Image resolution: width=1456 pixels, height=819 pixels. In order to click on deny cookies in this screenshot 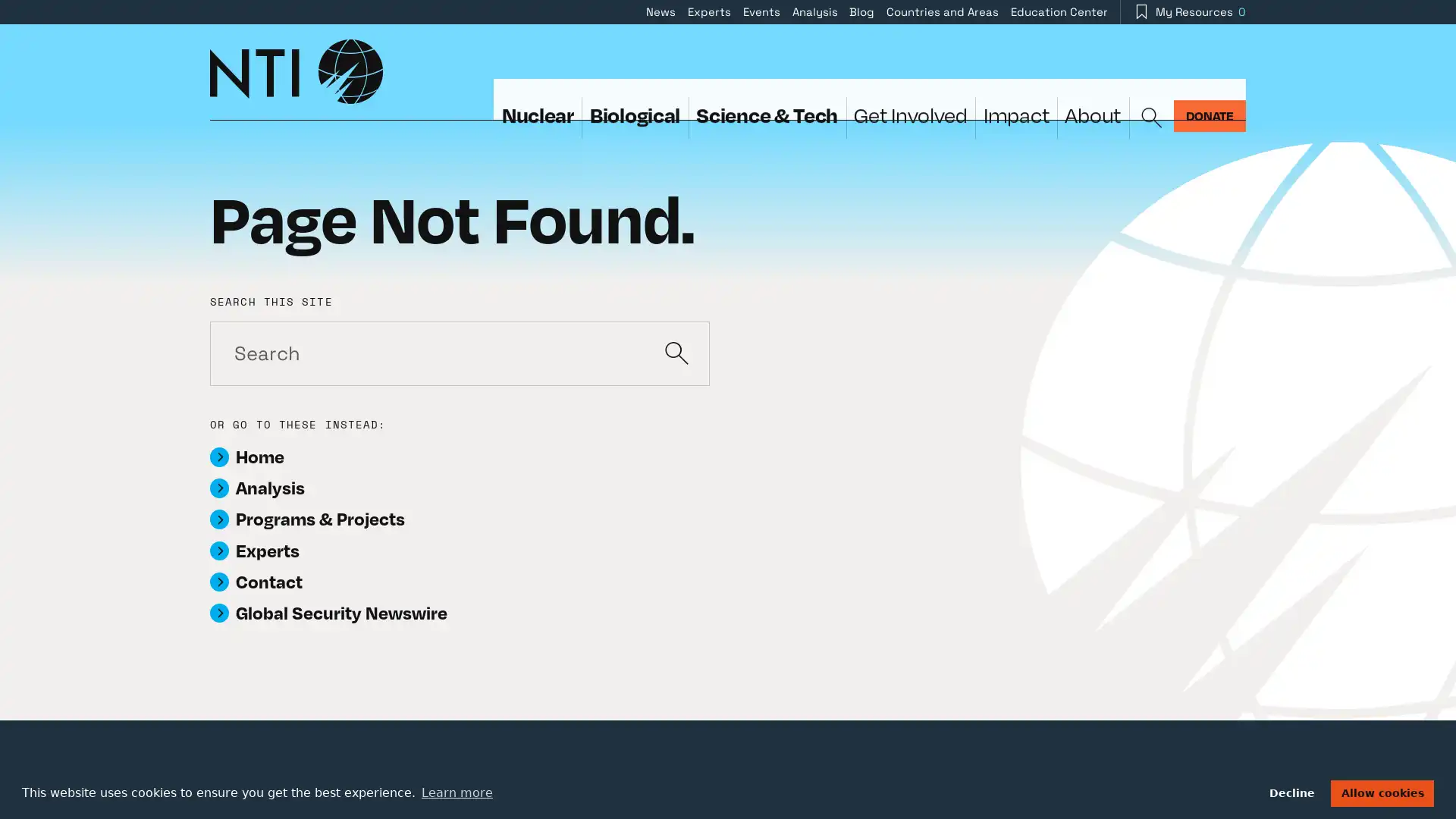, I will do `click(1291, 792)`.